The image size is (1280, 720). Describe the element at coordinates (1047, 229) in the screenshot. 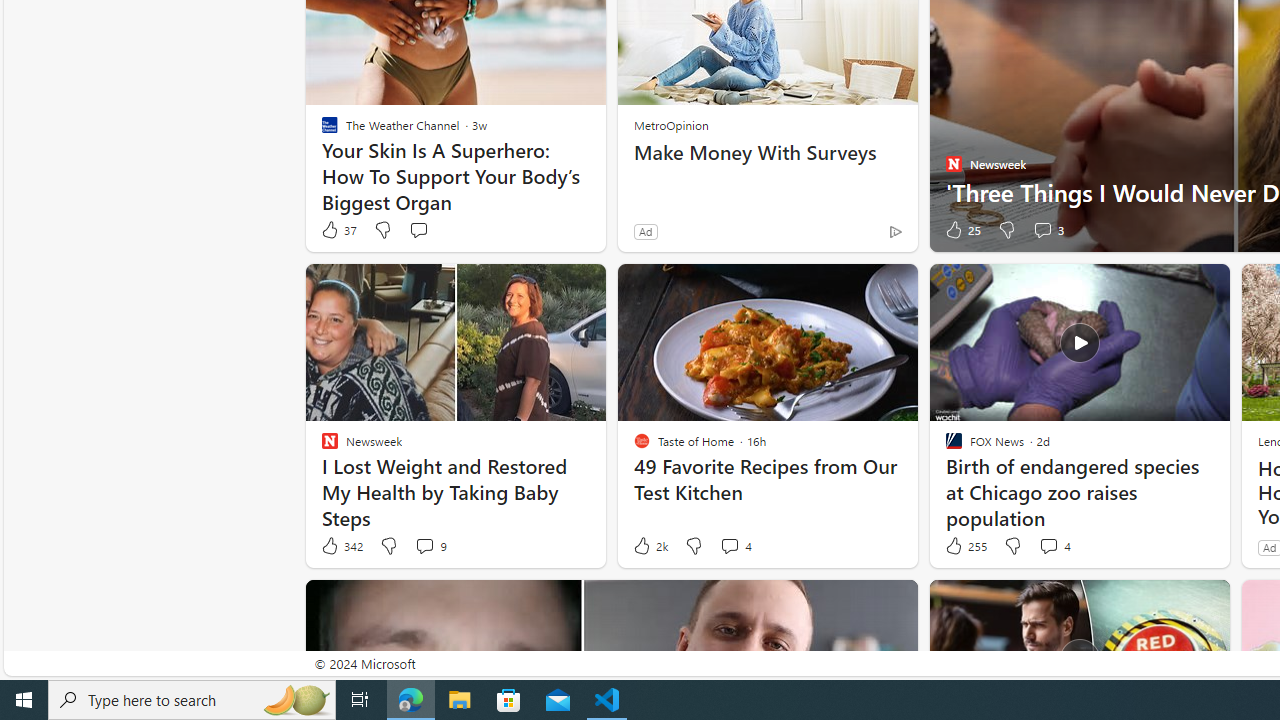

I see `'View comments 3 Comment'` at that location.